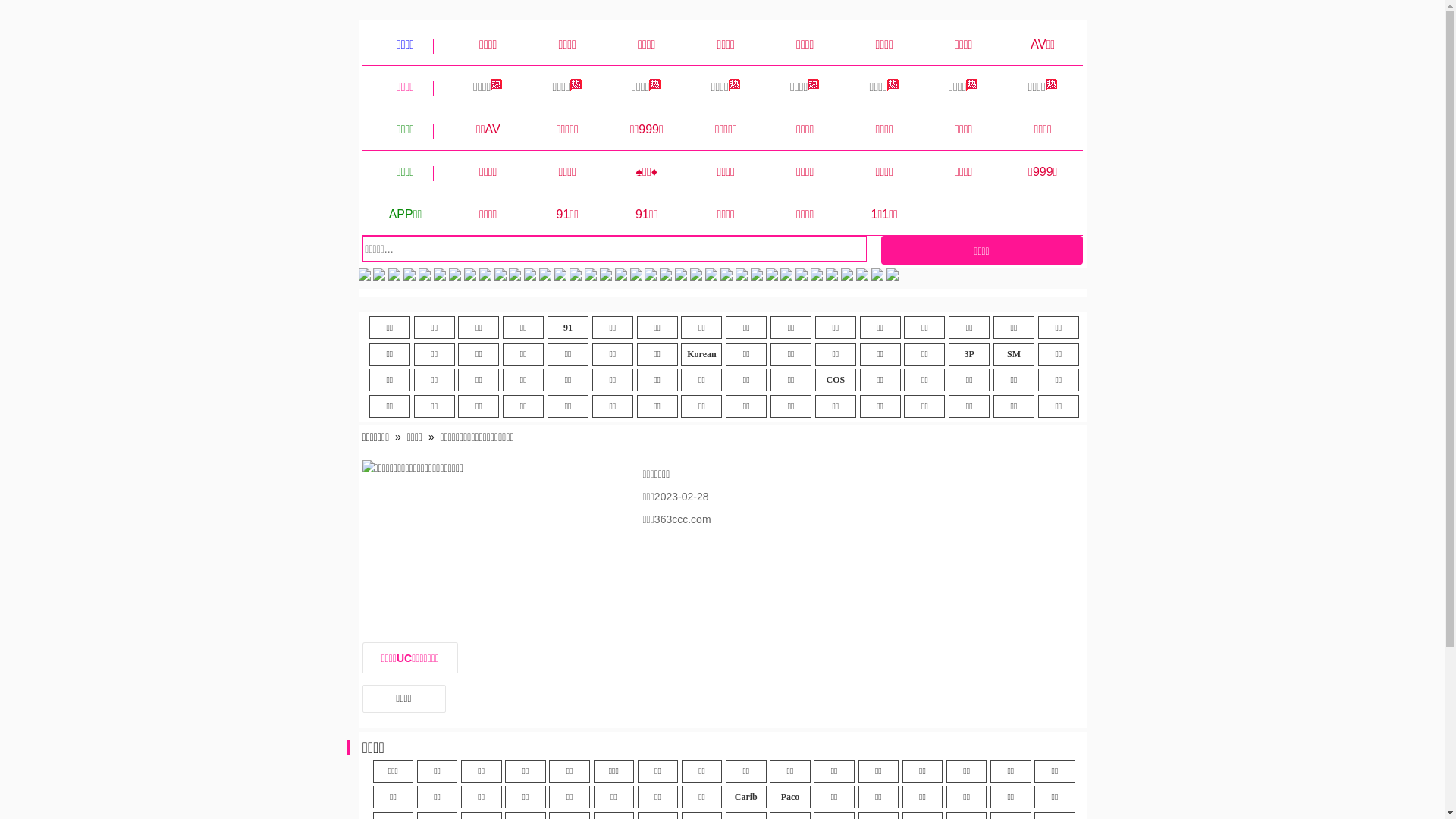 The image size is (1456, 819). What do you see at coordinates (724, 795) in the screenshot?
I see `'Carib'` at bounding box center [724, 795].